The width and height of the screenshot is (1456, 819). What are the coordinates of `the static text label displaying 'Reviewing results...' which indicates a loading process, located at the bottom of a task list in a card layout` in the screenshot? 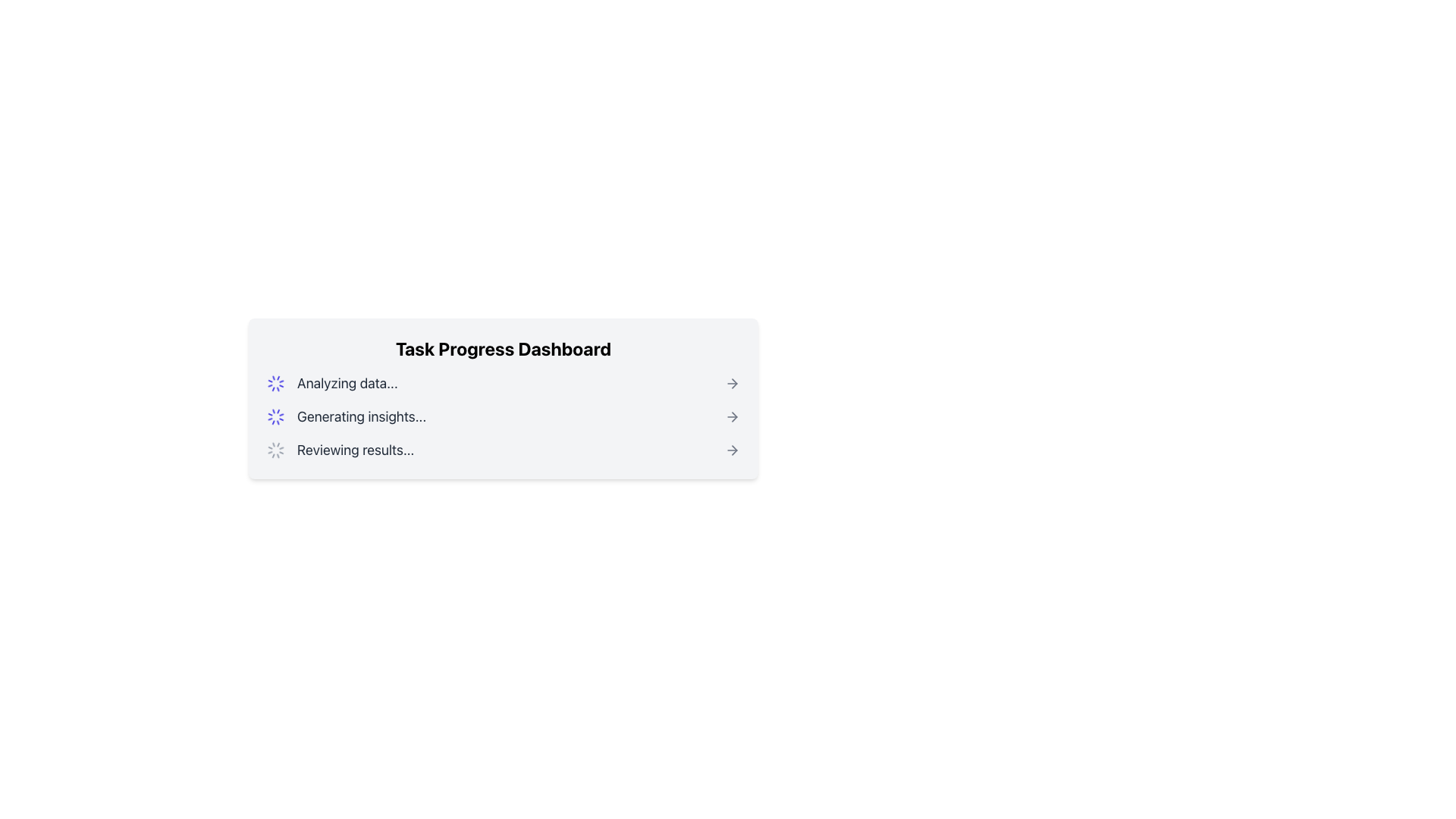 It's located at (355, 450).